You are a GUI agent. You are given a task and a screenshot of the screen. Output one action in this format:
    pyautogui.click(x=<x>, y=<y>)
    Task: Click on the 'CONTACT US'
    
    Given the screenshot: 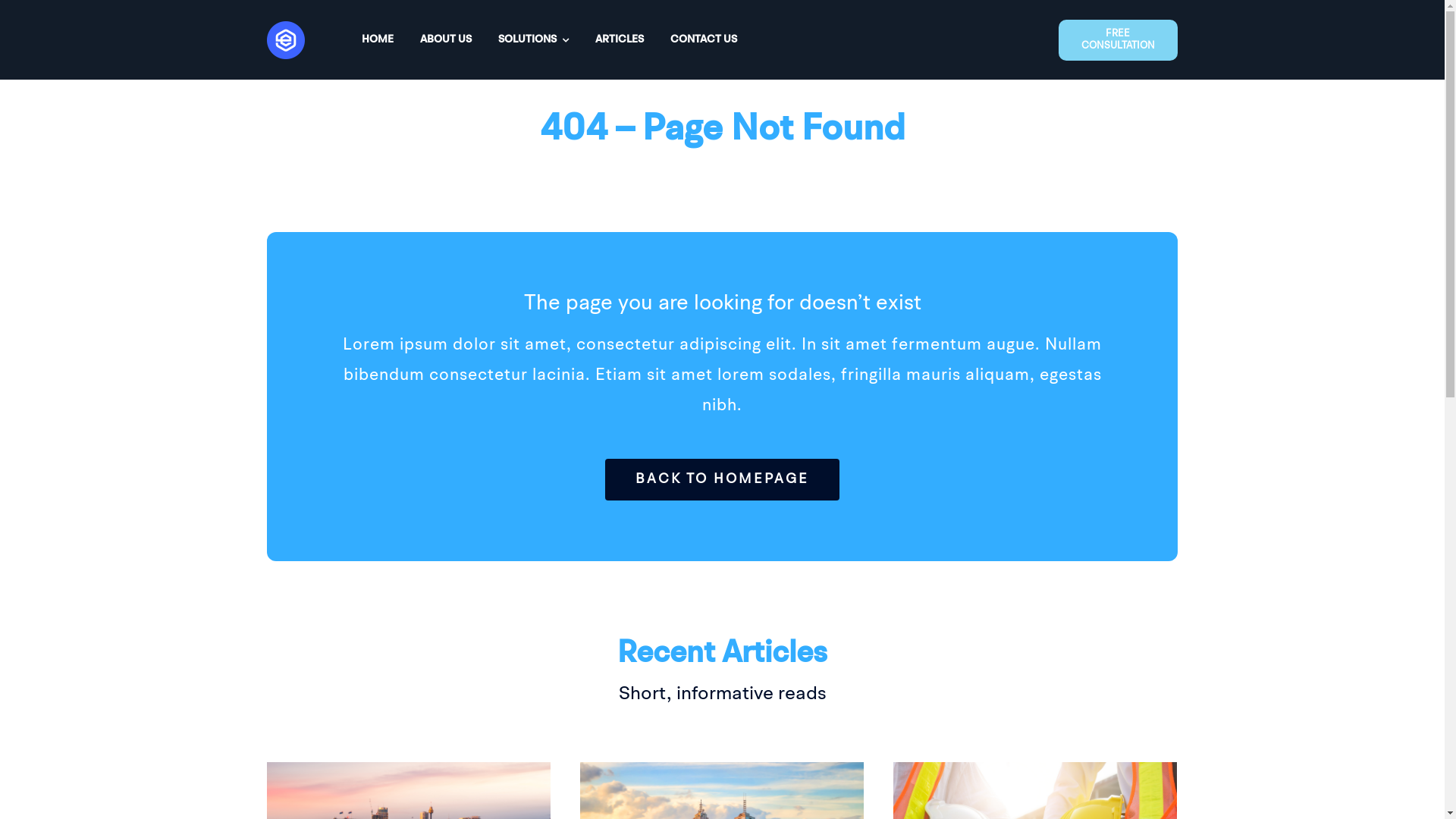 What is the action you would take?
    pyautogui.click(x=702, y=39)
    